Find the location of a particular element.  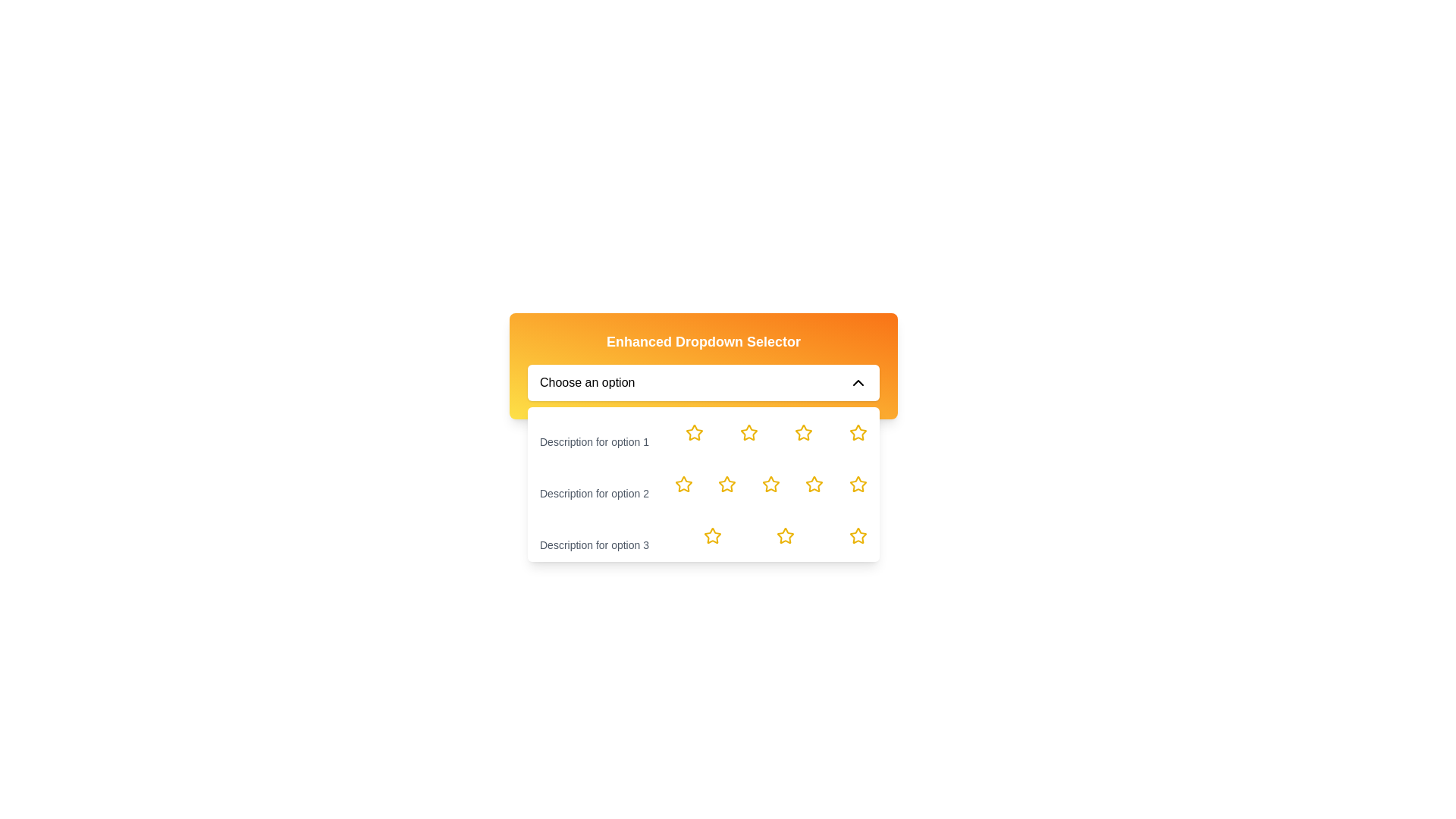

the first star icon in the row of five stars located under the 'Description for option 2' text in the dropdown menu is located at coordinates (682, 485).